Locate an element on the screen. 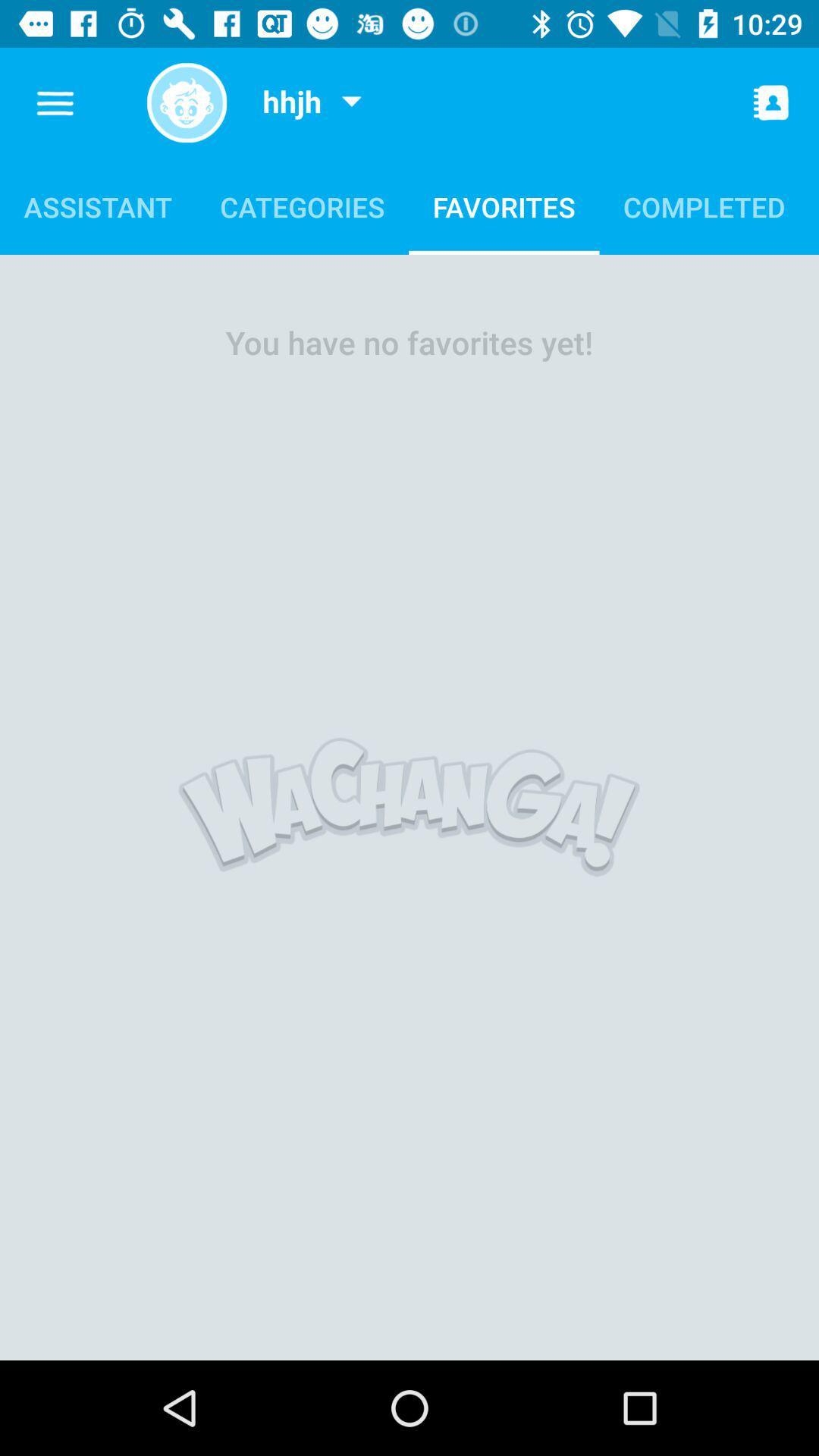 This screenshot has height=1456, width=819. taggle the profile is located at coordinates (186, 102).